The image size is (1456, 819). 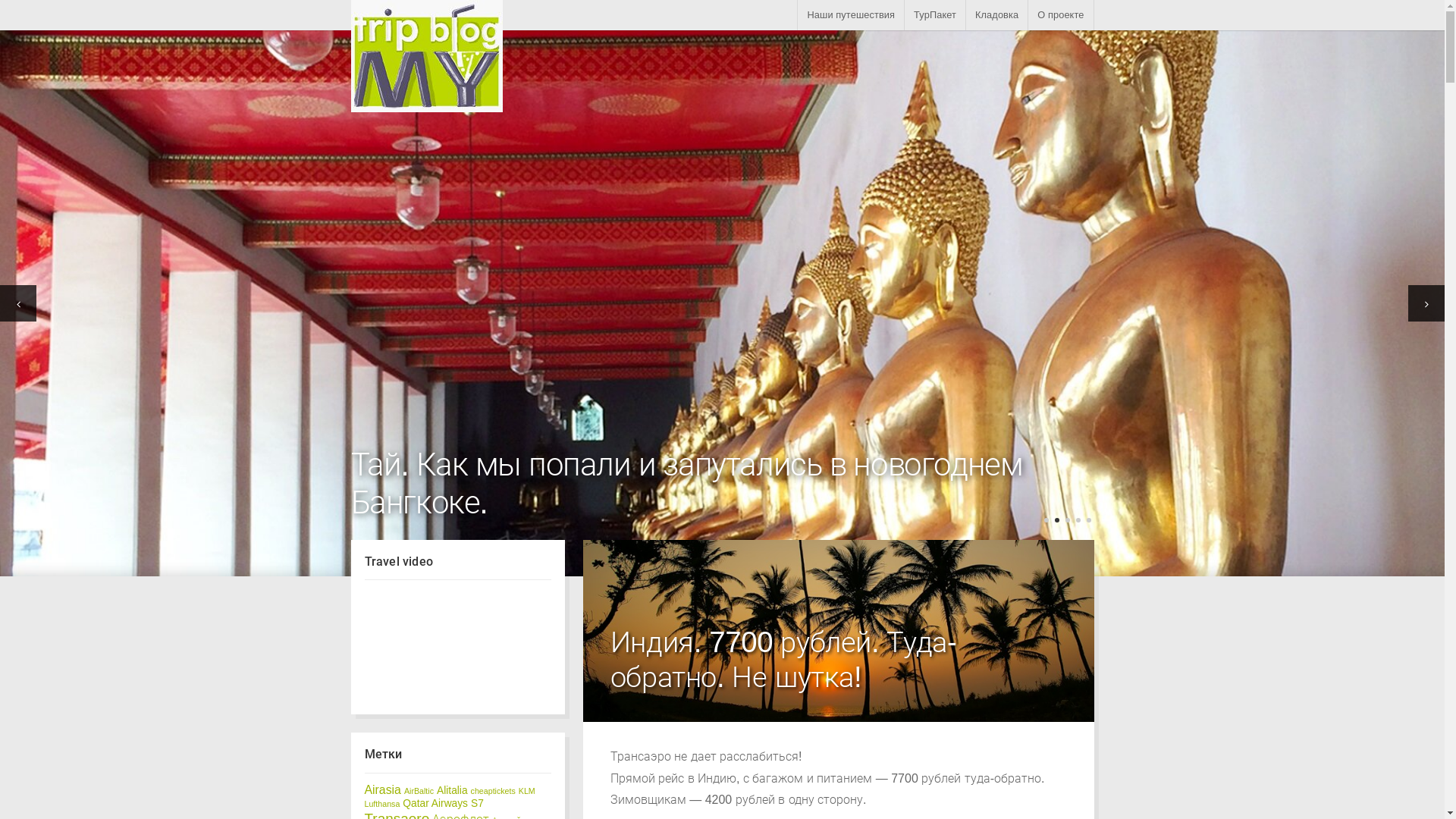 What do you see at coordinates (476, 802) in the screenshot?
I see `'S7'` at bounding box center [476, 802].